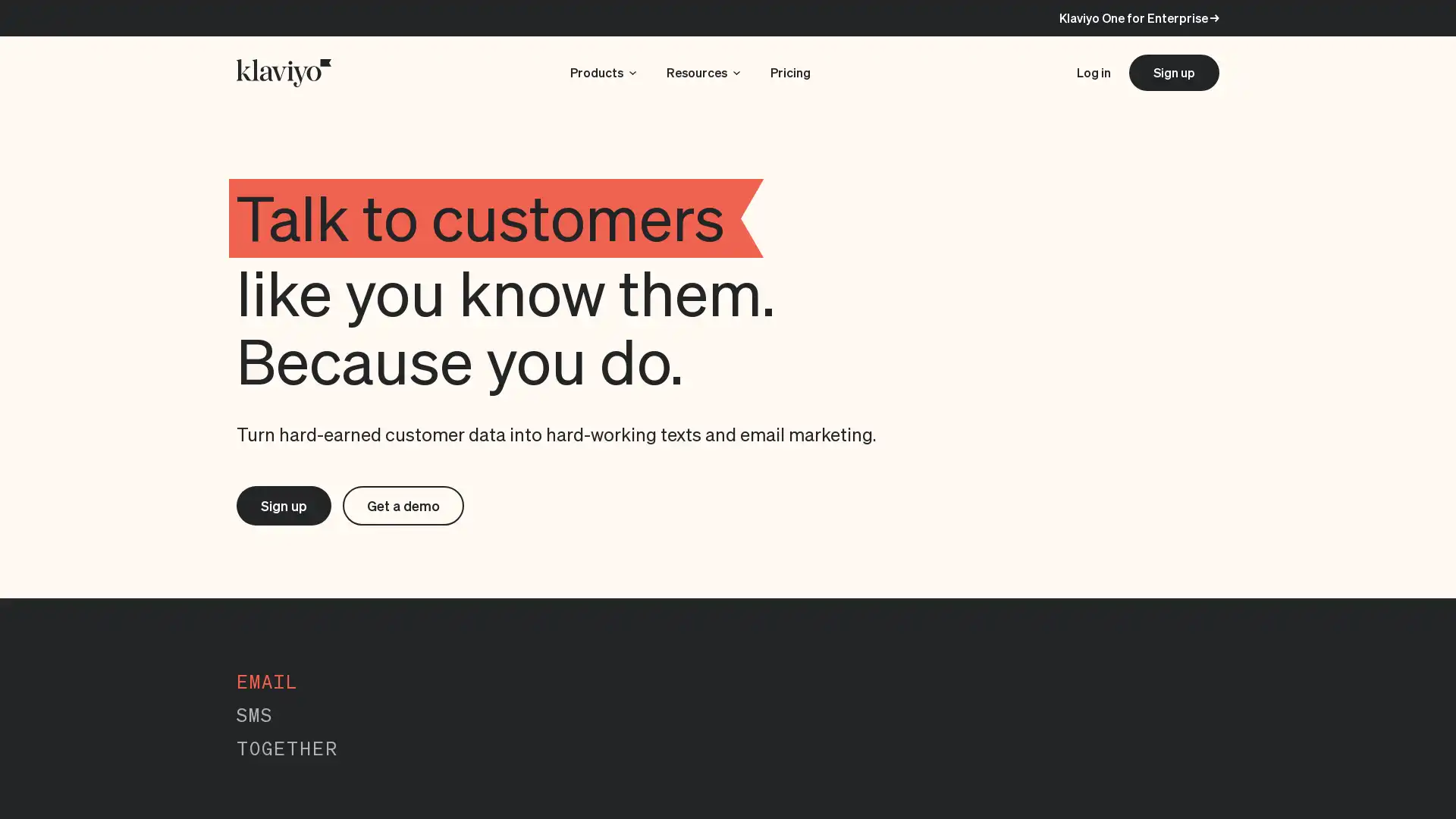 The width and height of the screenshot is (1456, 819). What do you see at coordinates (255, 717) in the screenshot?
I see `SMS` at bounding box center [255, 717].